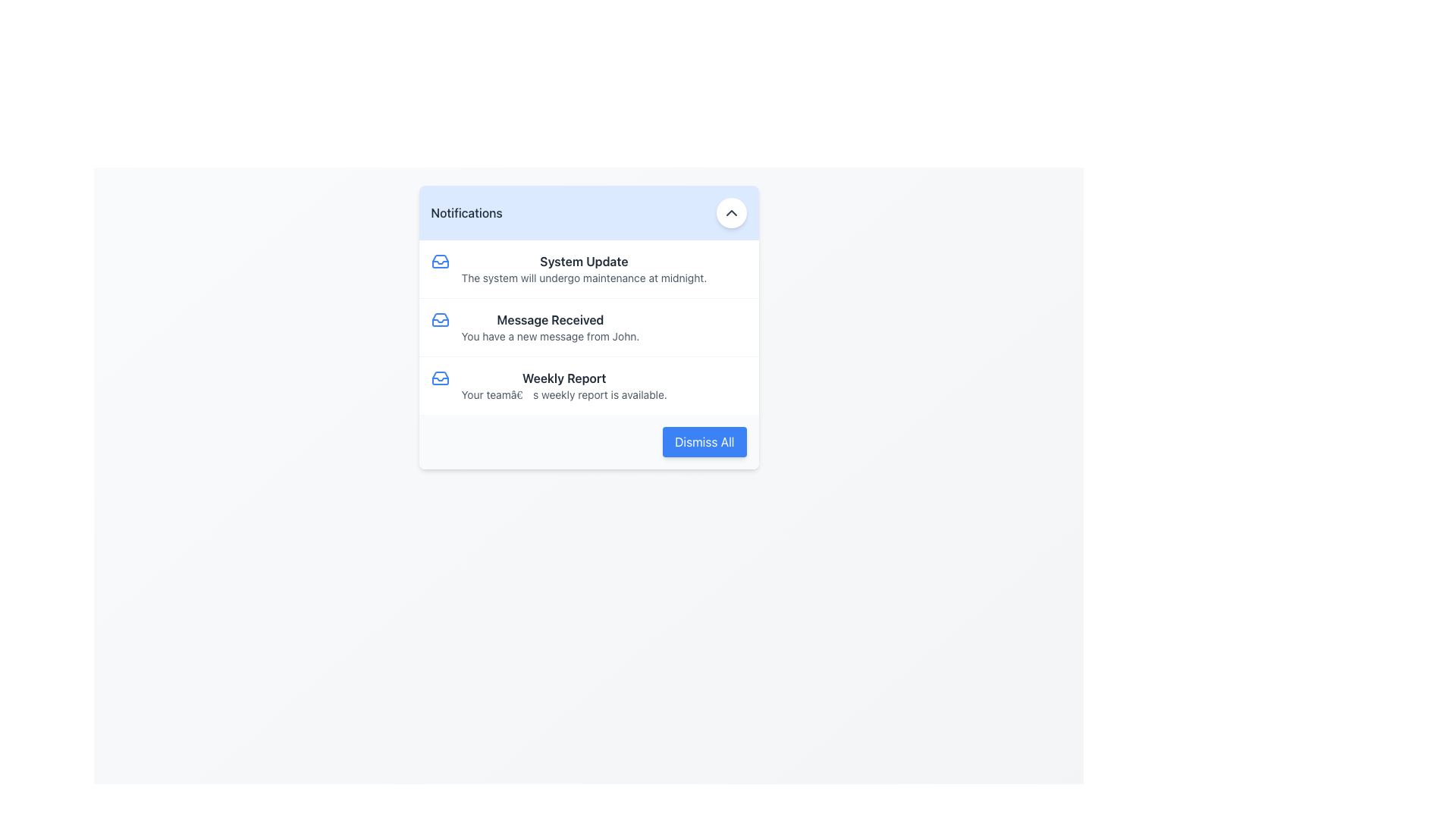 This screenshot has height=819, width=1456. Describe the element at coordinates (588, 268) in the screenshot. I see `the notification message indicating an upcoming system update scheduled for midnight, which is the first entry in the notifications list under the header 'Notifications.'` at that location.